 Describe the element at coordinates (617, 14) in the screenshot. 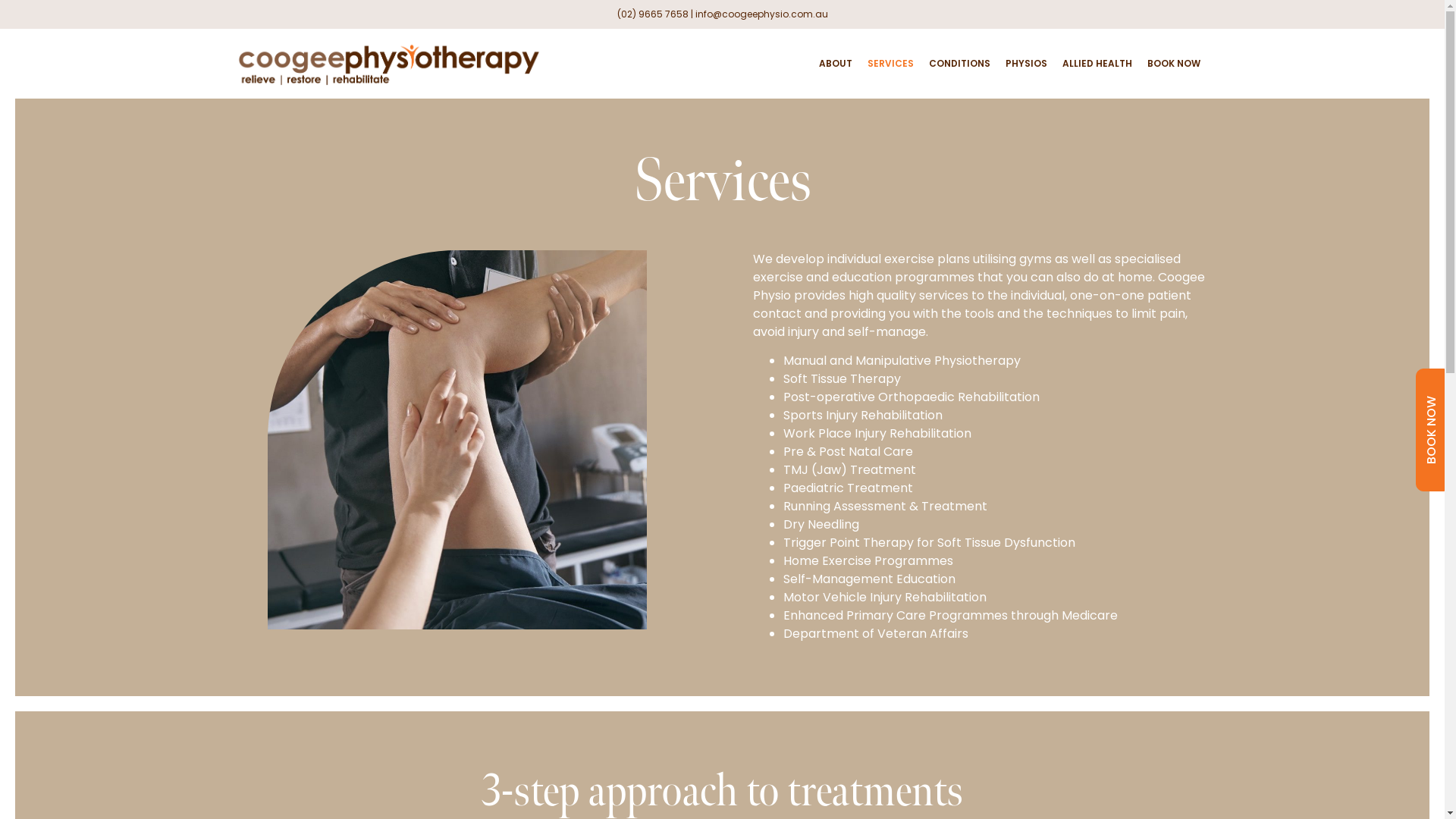

I see `'(02) 9665 7658'` at that location.